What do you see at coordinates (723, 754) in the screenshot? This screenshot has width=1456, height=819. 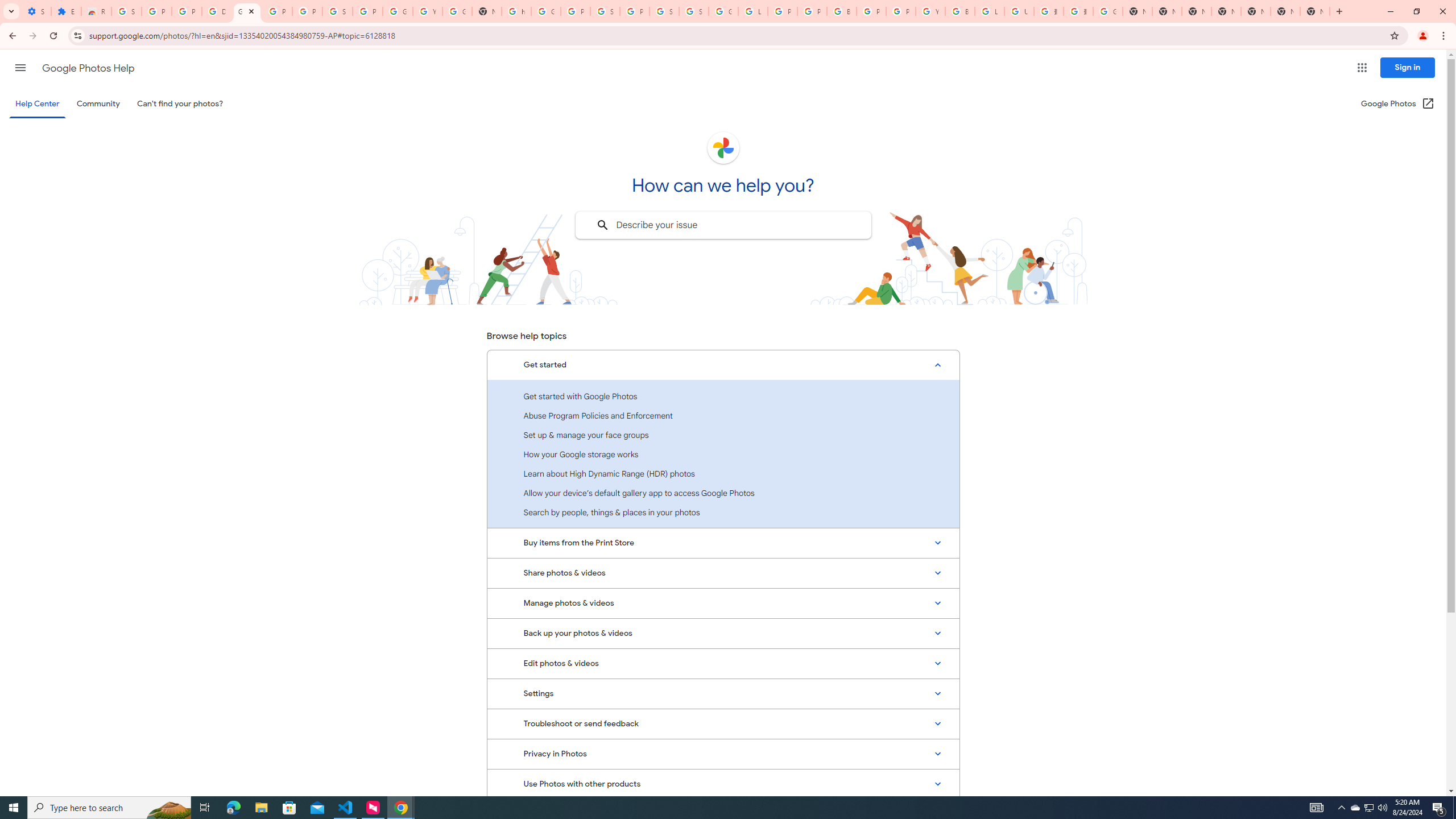 I see `'Privacy in Photos'` at bounding box center [723, 754].